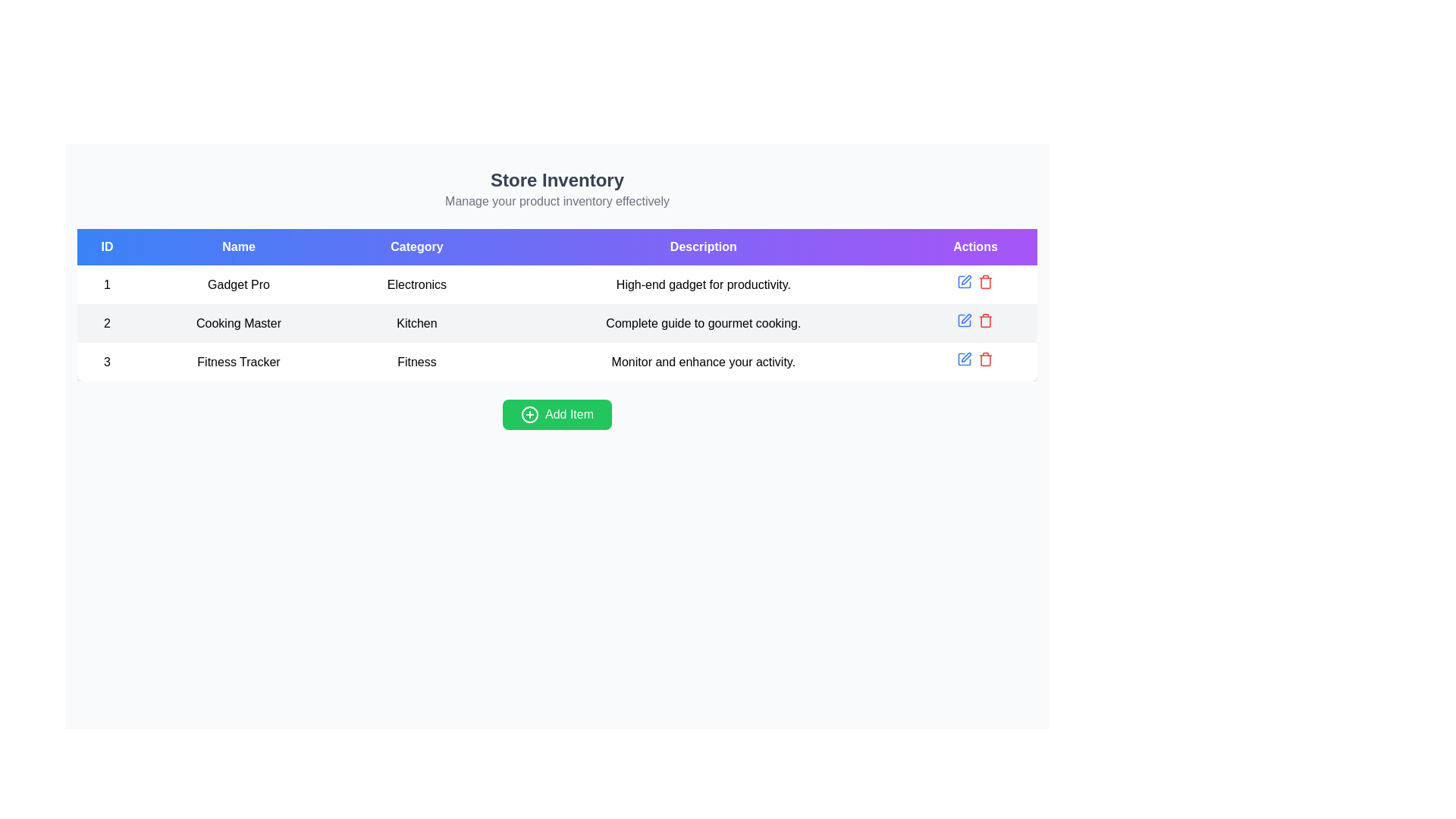 Image resolution: width=1456 pixels, height=819 pixels. What do you see at coordinates (238, 246) in the screenshot?
I see `the 'Name' column header in the table, which is the second item in the header row, located between the 'ID' and 'Category' headers` at bounding box center [238, 246].